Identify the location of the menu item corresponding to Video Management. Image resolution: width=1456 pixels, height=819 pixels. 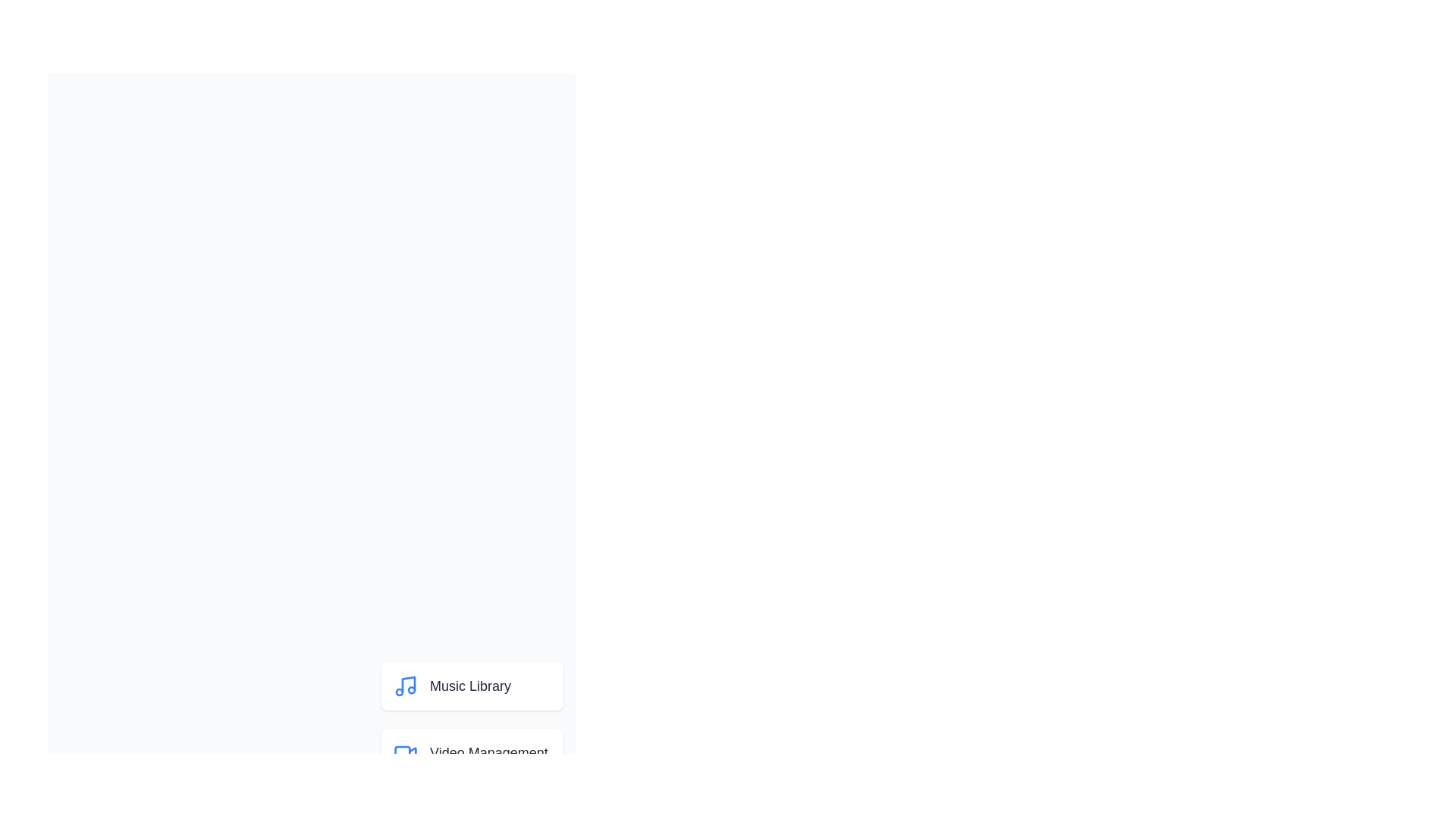
(472, 752).